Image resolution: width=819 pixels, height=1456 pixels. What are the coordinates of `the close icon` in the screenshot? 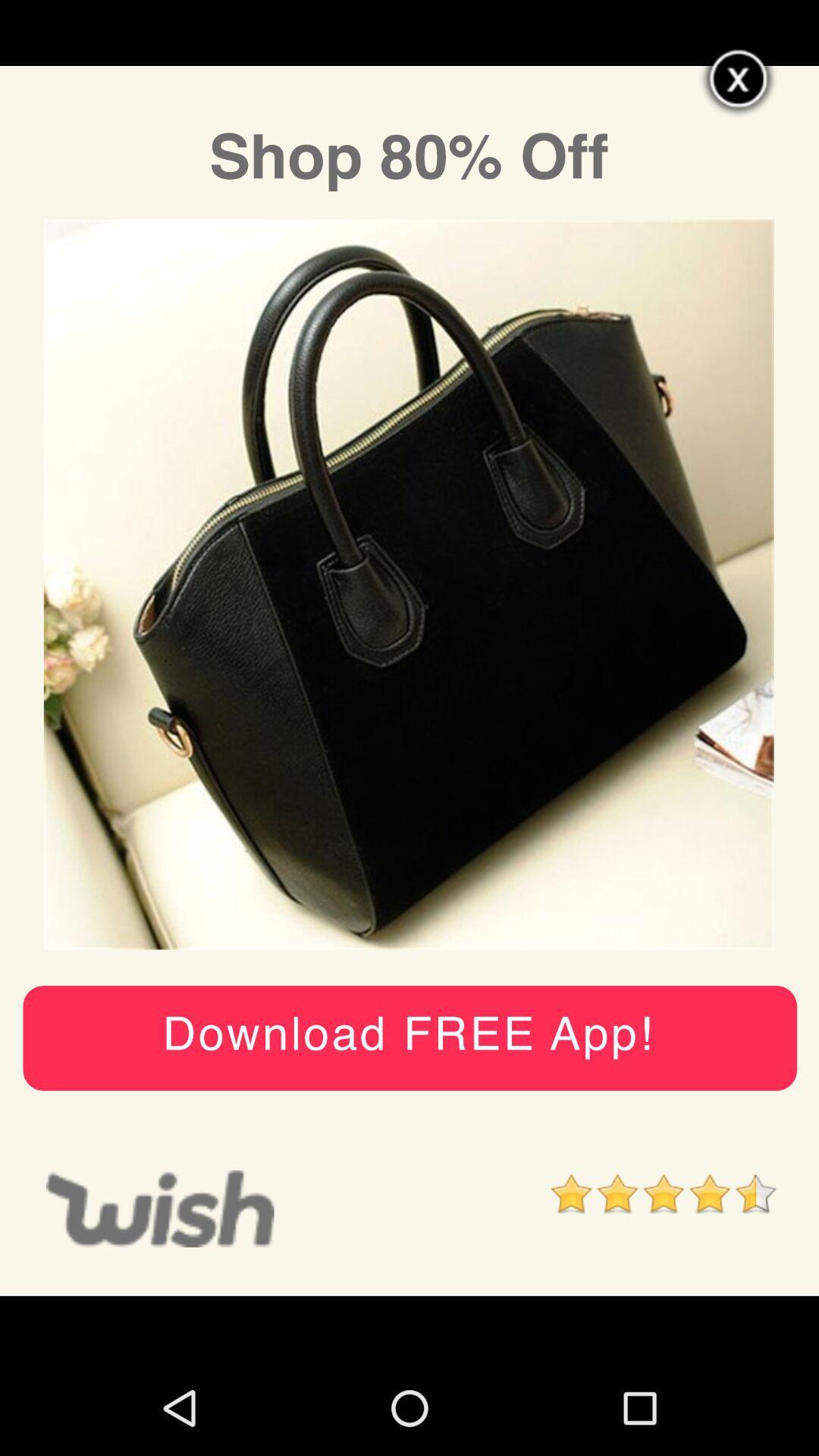 It's located at (739, 84).